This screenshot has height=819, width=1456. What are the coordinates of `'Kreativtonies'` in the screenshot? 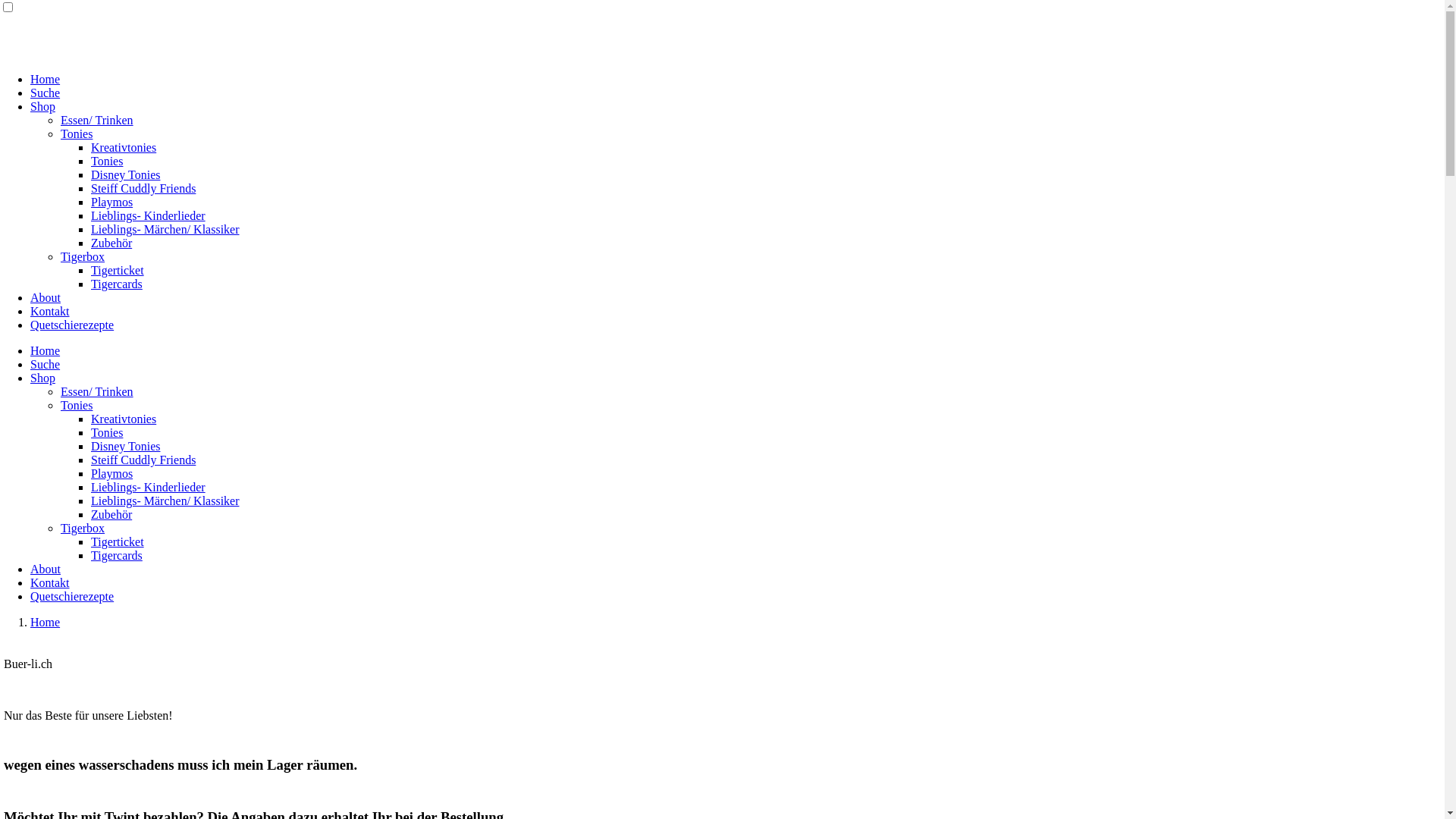 It's located at (124, 419).